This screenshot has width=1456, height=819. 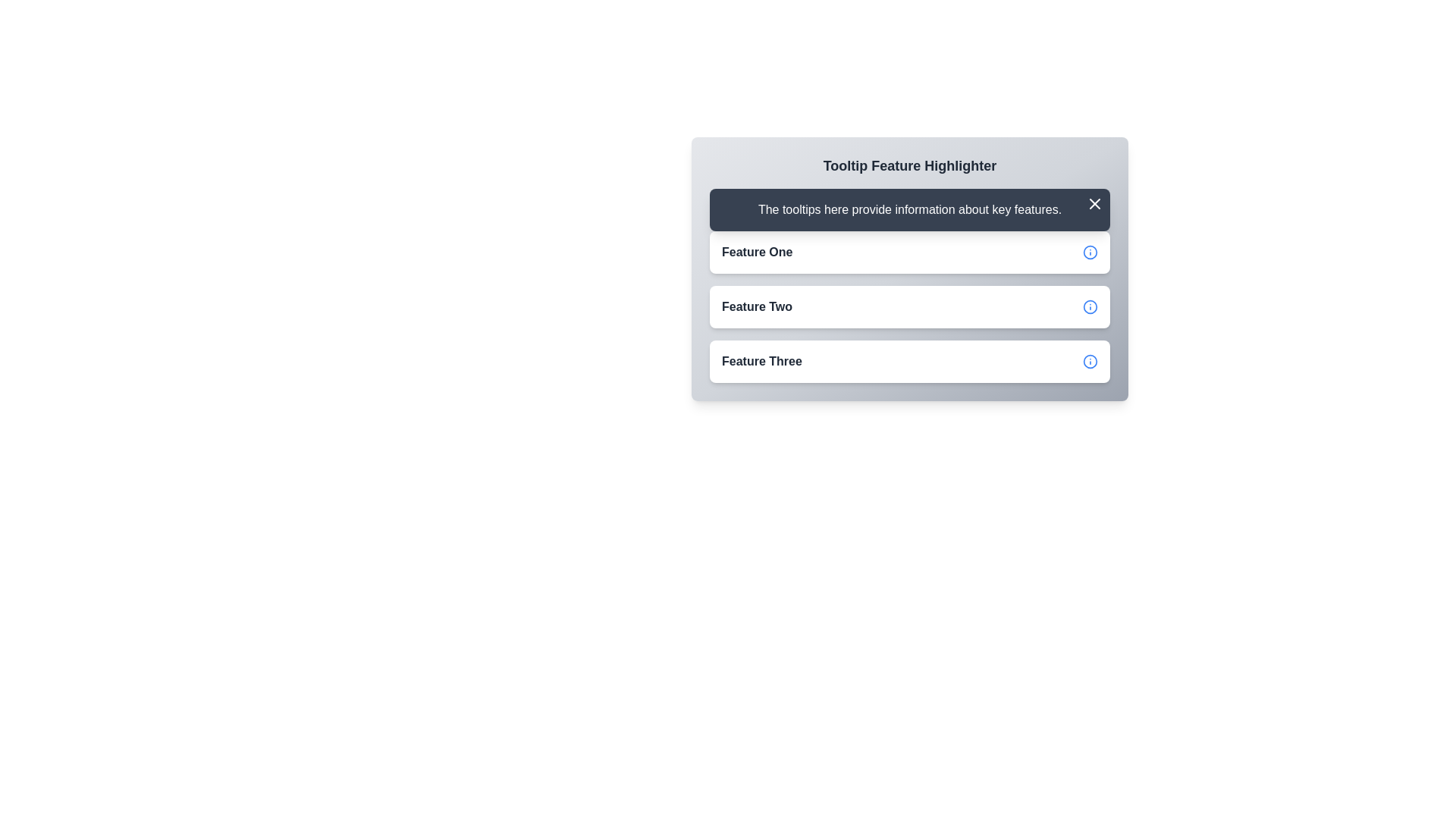 What do you see at coordinates (1090, 362) in the screenshot?
I see `the button located to the far right of the 'Feature Three' row` at bounding box center [1090, 362].